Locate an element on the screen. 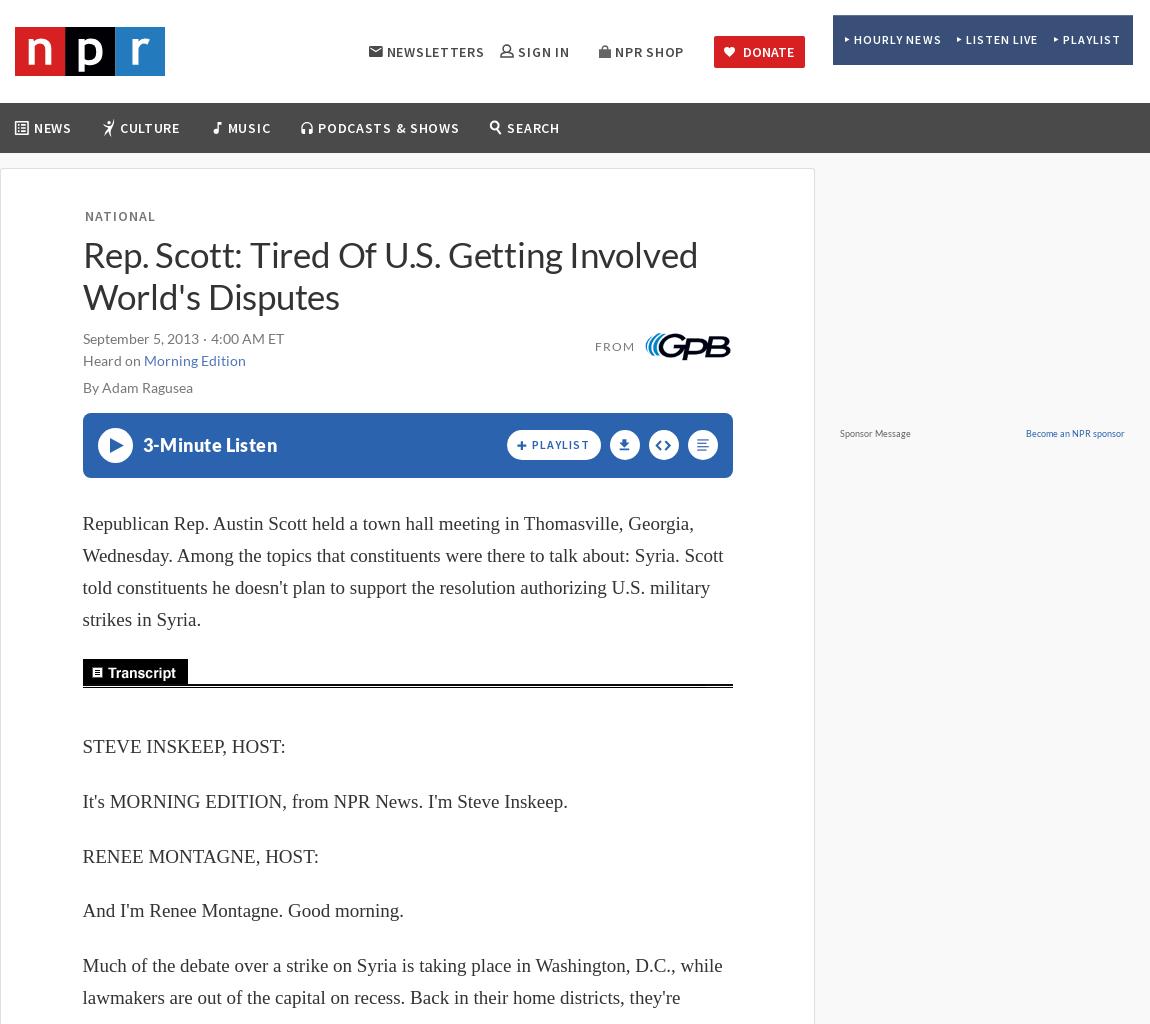 The height and width of the screenshot is (1024, 1150). '4:00 AM ET' is located at coordinates (208, 337).